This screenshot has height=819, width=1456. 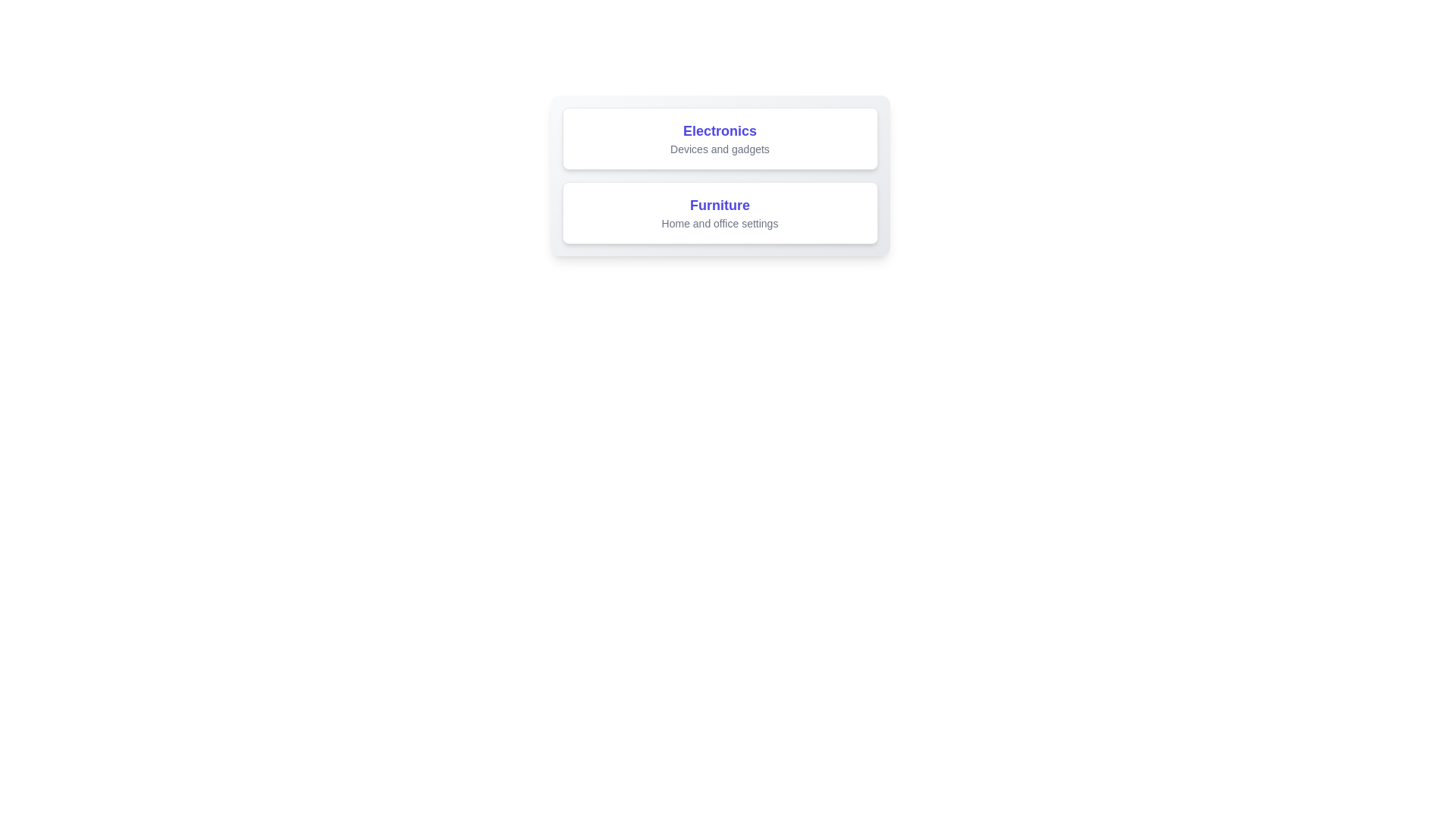 What do you see at coordinates (719, 130) in the screenshot?
I see `the 'Electronics' text label, which is a bold, prominent label styled in deep indigo-blue, located at the top of the first card in a vertically stacked layout` at bounding box center [719, 130].